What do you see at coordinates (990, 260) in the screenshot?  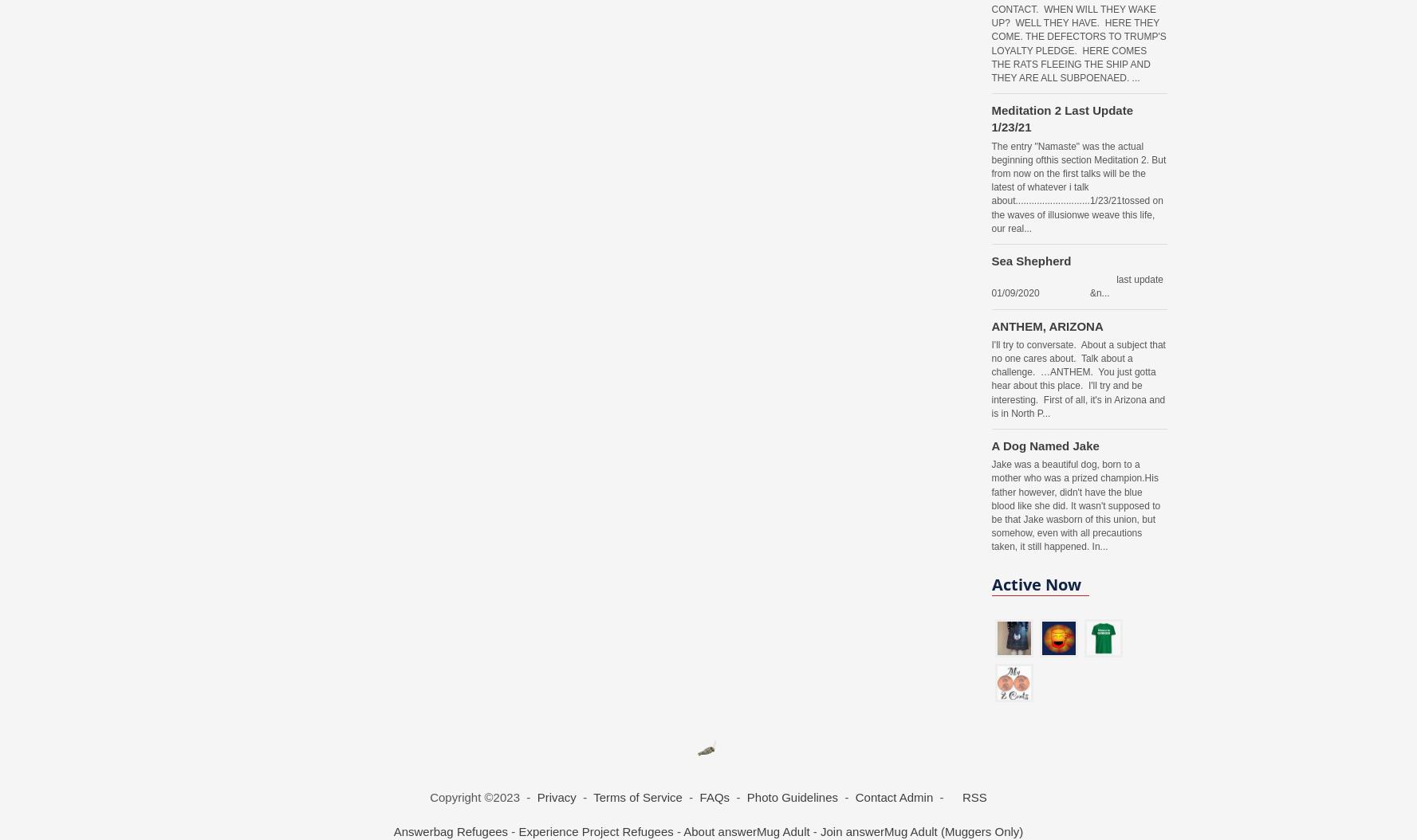 I see `'Sea Shepherd'` at bounding box center [990, 260].